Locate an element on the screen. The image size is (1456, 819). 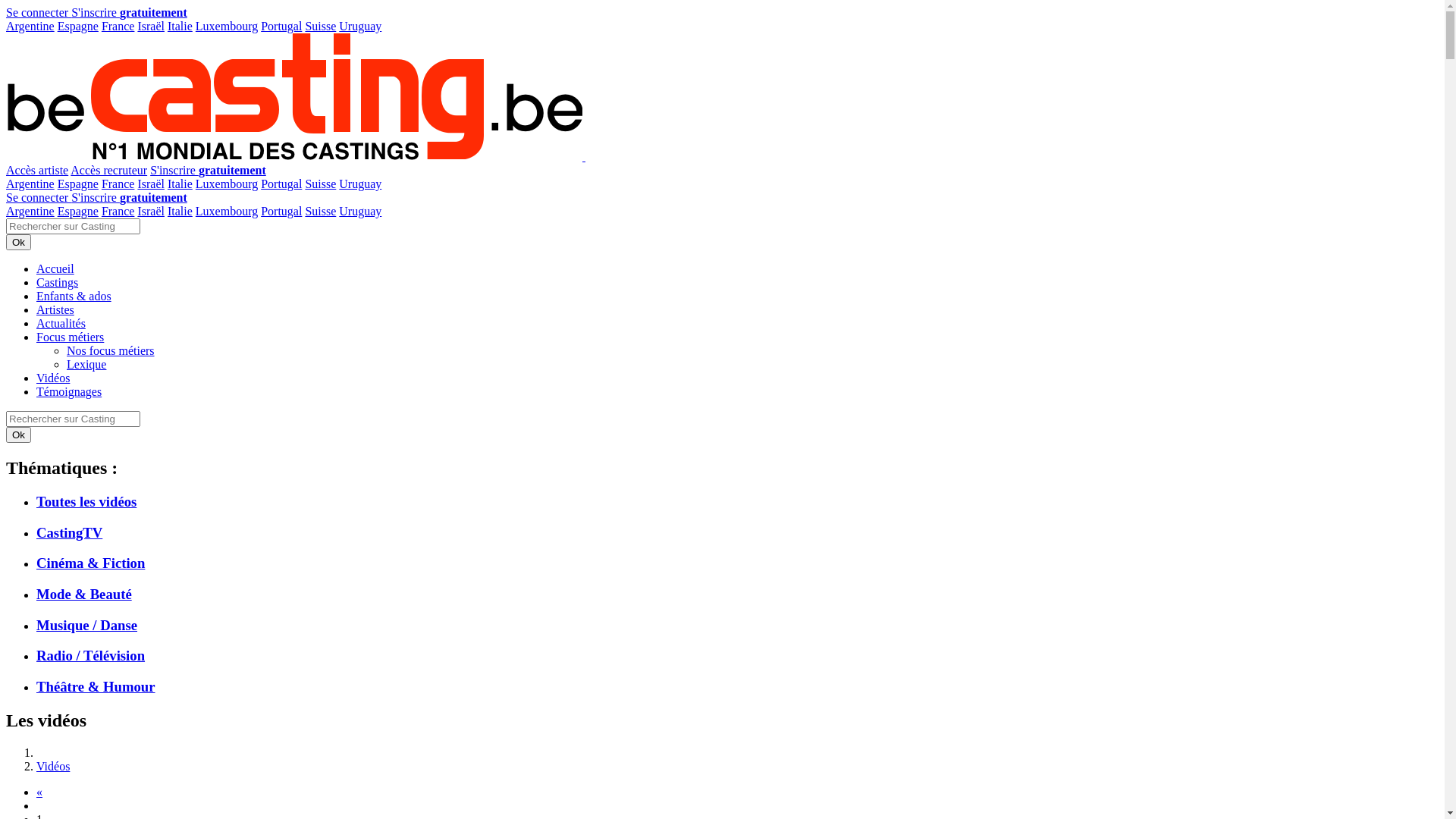
'Enfants & ados' is located at coordinates (73, 296).